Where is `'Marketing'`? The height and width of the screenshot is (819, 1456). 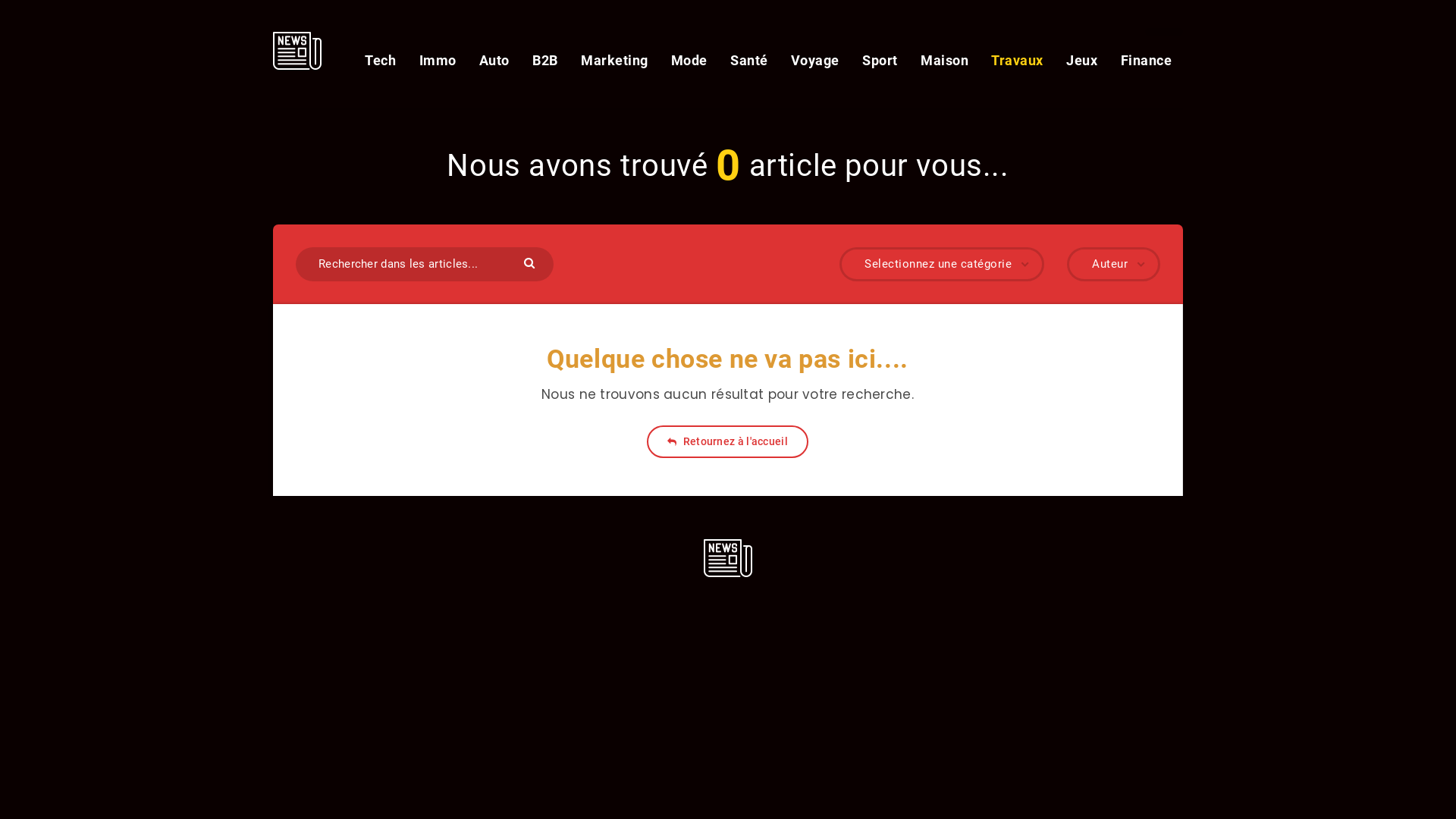
'Marketing' is located at coordinates (580, 60).